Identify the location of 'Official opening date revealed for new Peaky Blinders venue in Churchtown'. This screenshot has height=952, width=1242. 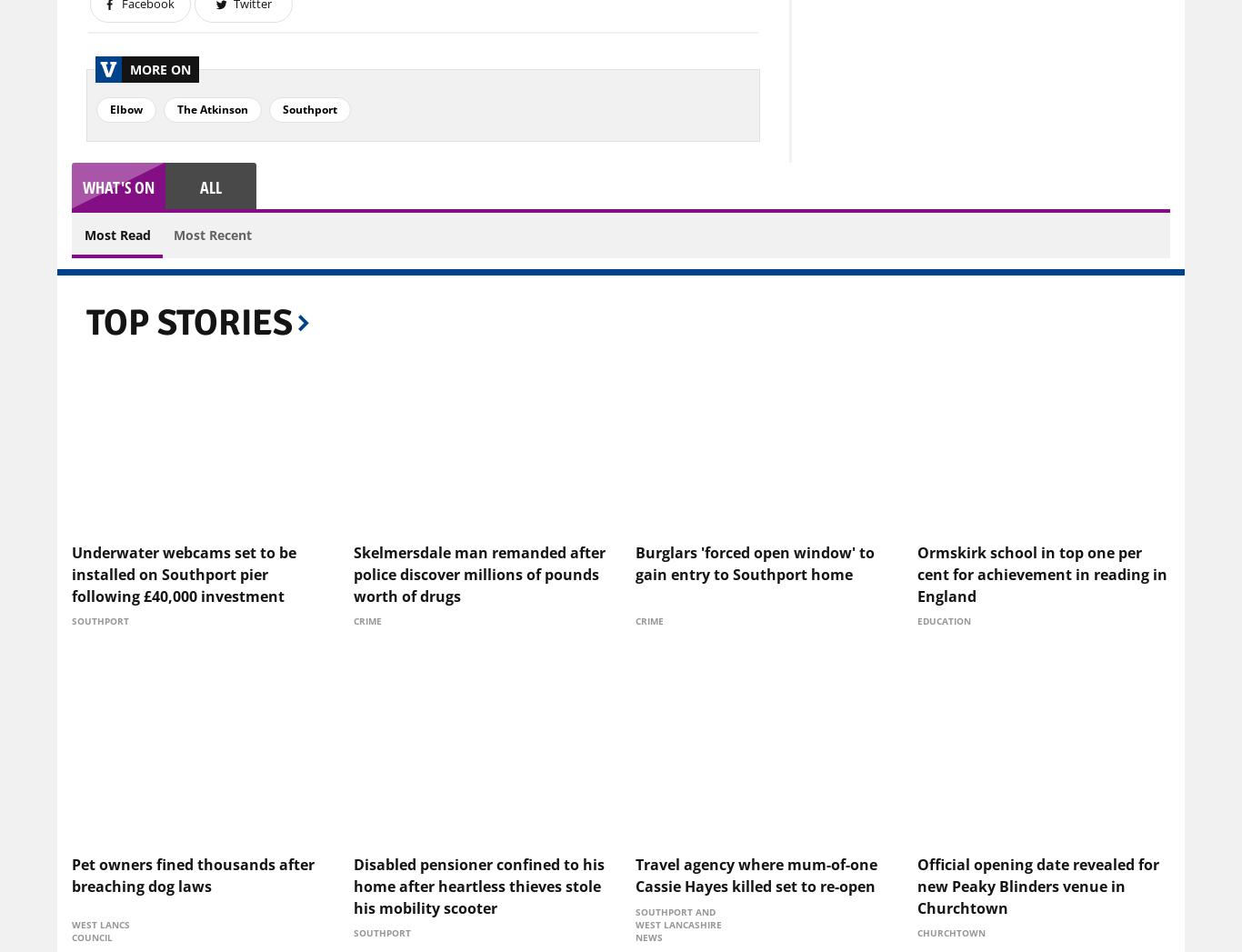
(1037, 885).